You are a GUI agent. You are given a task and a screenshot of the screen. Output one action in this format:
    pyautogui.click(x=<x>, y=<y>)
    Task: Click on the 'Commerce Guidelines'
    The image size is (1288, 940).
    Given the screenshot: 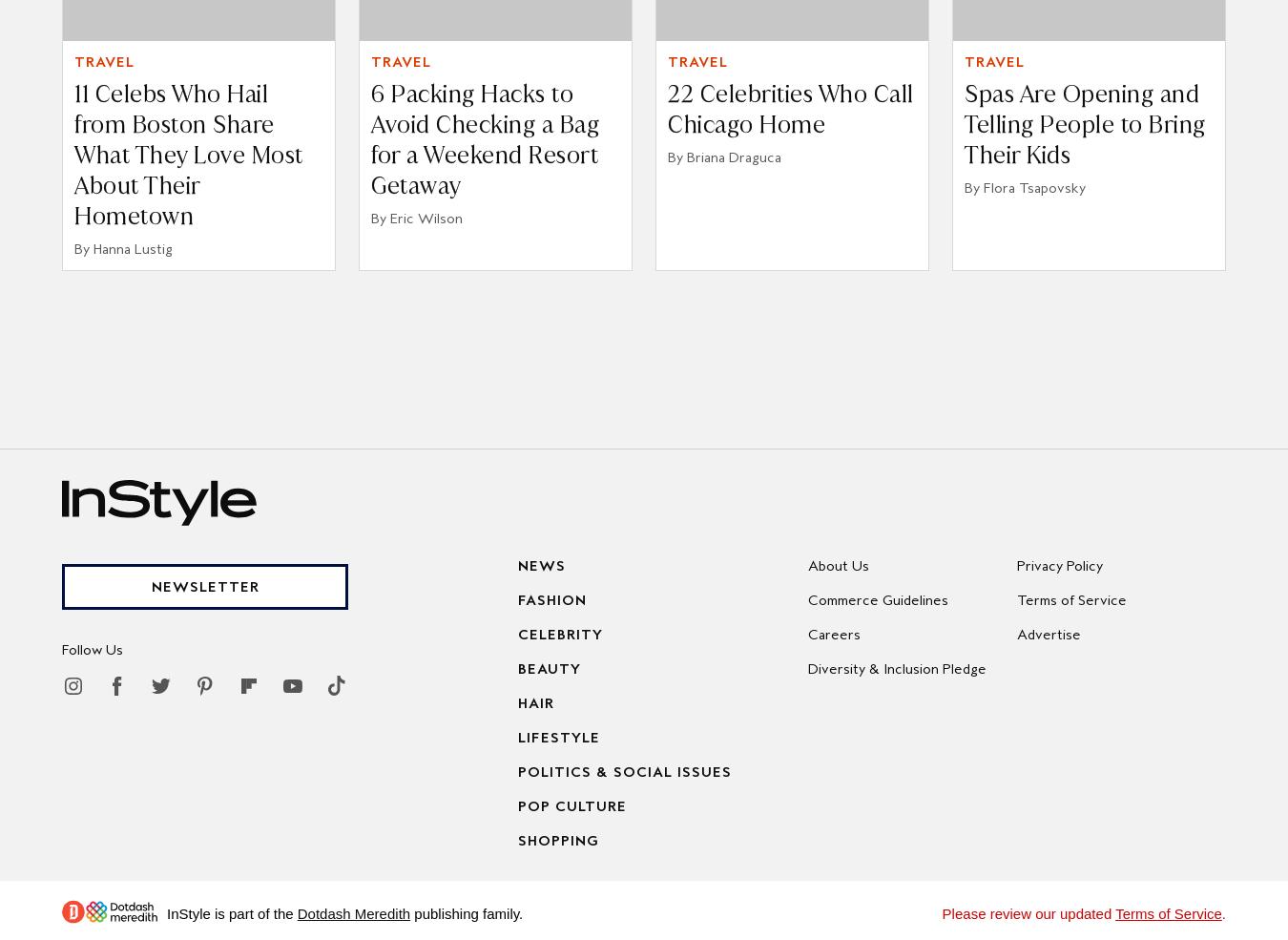 What is the action you would take?
    pyautogui.click(x=877, y=598)
    